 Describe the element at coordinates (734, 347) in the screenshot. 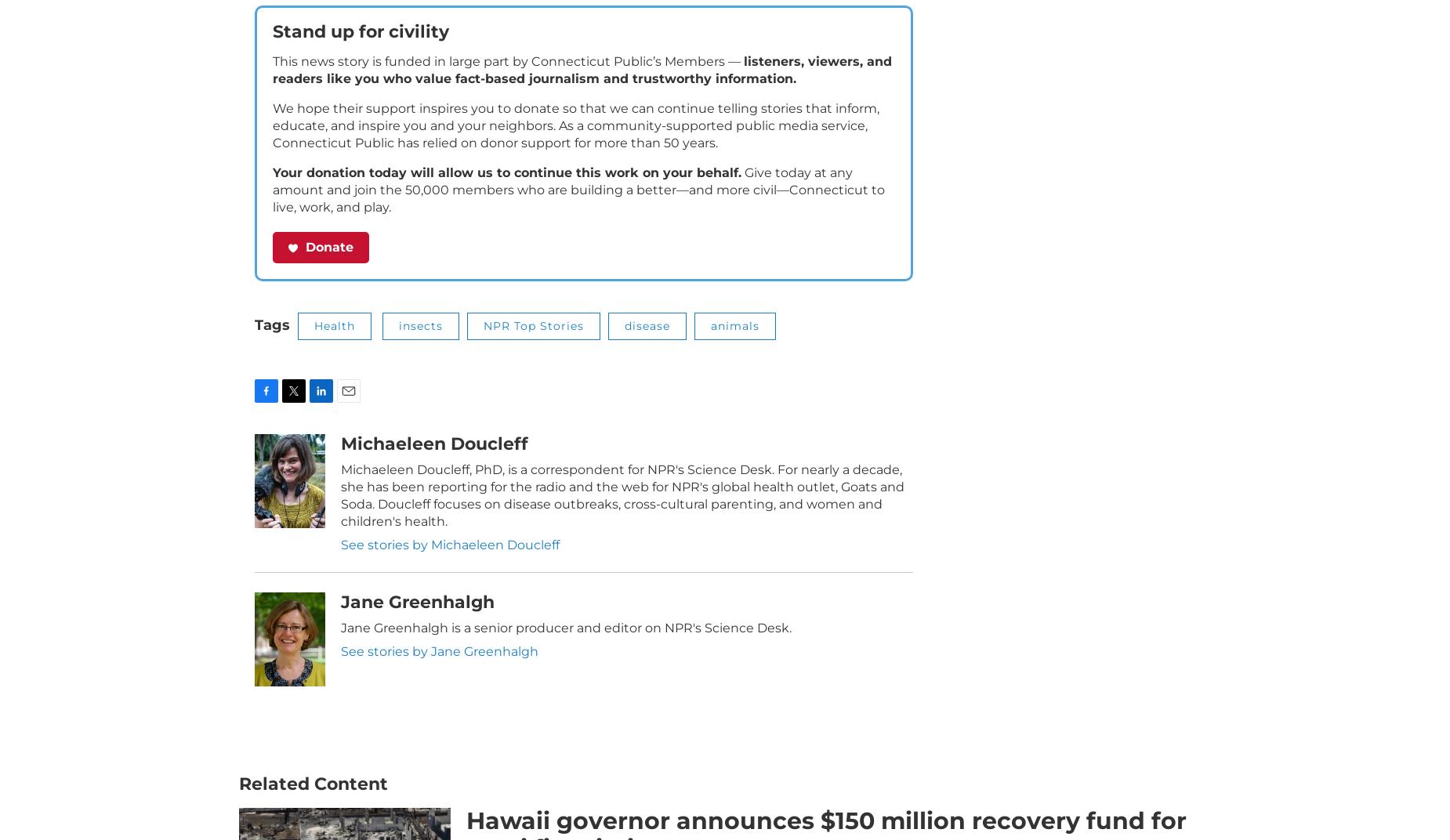

I see `'animals'` at that location.